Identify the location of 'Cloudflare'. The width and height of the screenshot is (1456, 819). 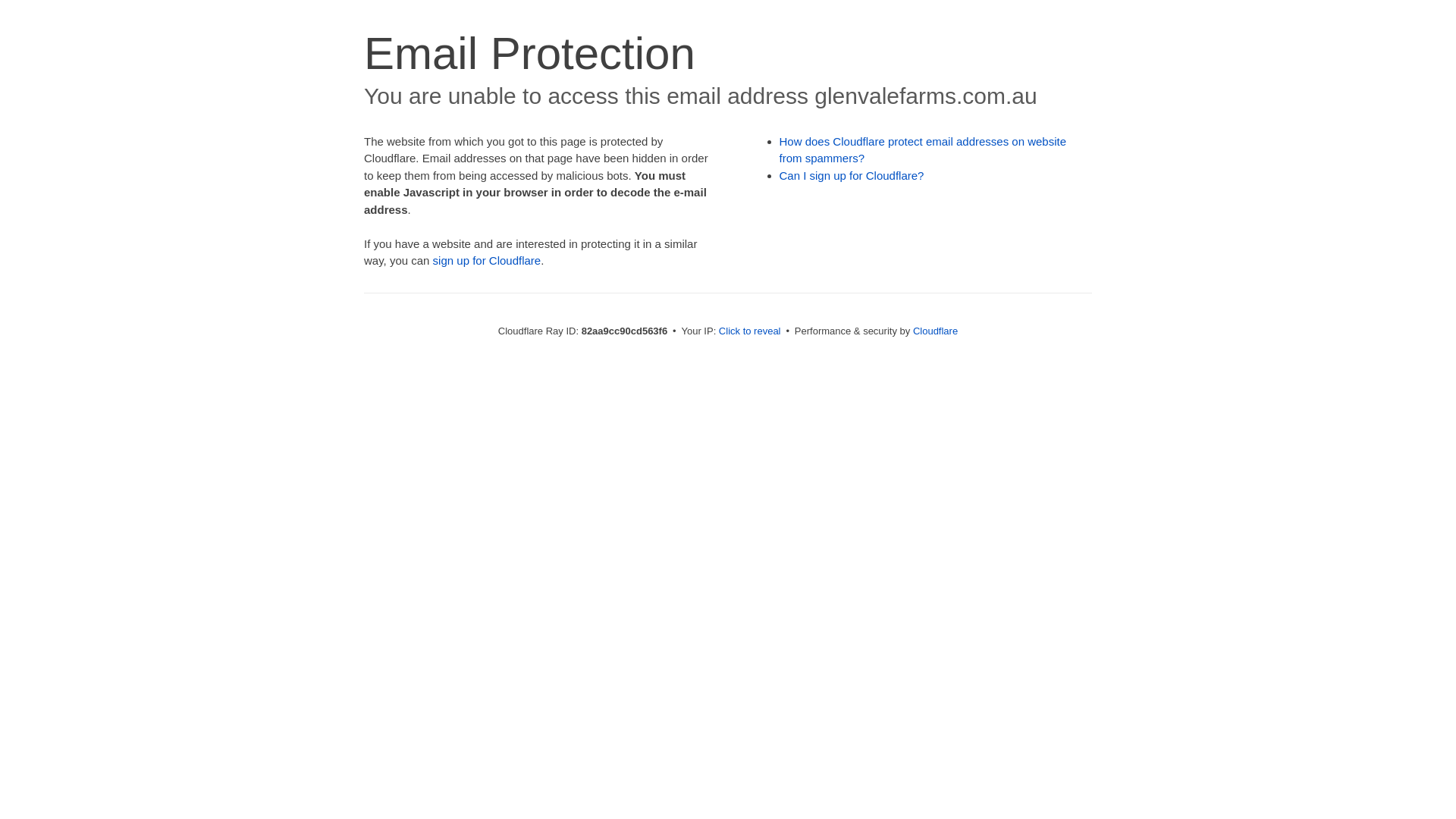
(934, 330).